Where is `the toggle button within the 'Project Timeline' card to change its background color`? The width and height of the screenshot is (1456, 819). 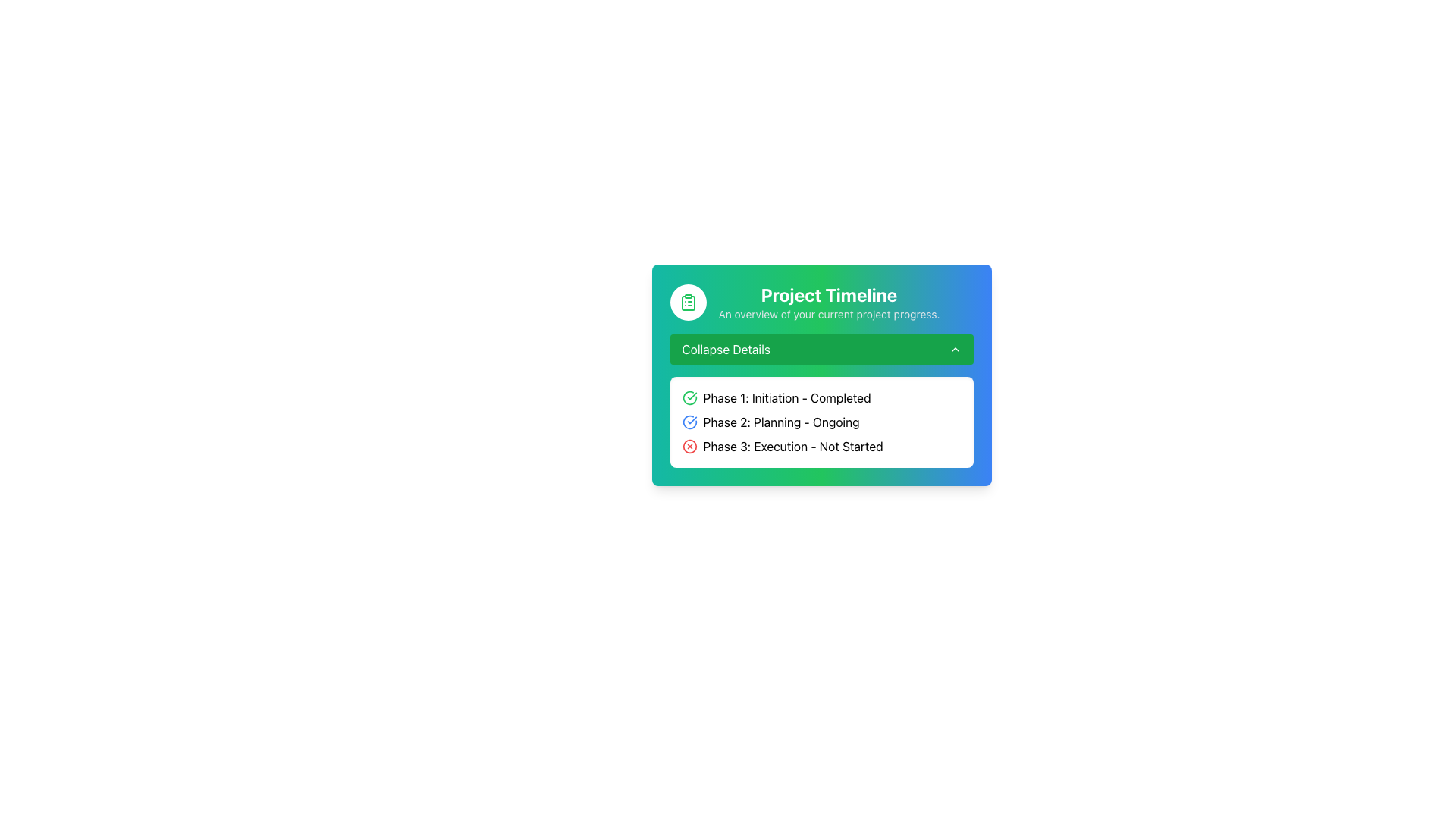
the toggle button within the 'Project Timeline' card to change its background color is located at coordinates (821, 350).